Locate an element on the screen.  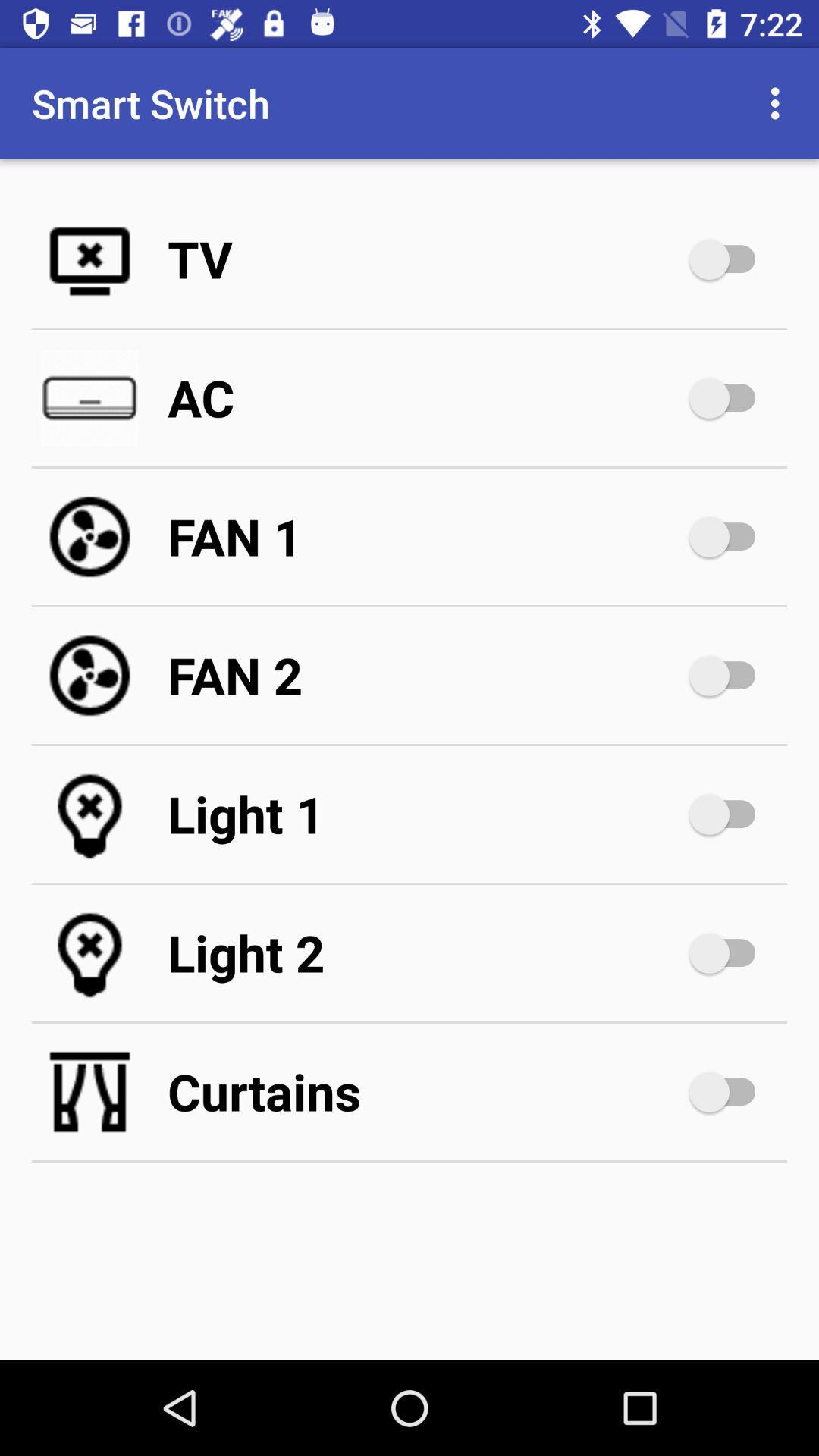
second fan is located at coordinates (729, 675).